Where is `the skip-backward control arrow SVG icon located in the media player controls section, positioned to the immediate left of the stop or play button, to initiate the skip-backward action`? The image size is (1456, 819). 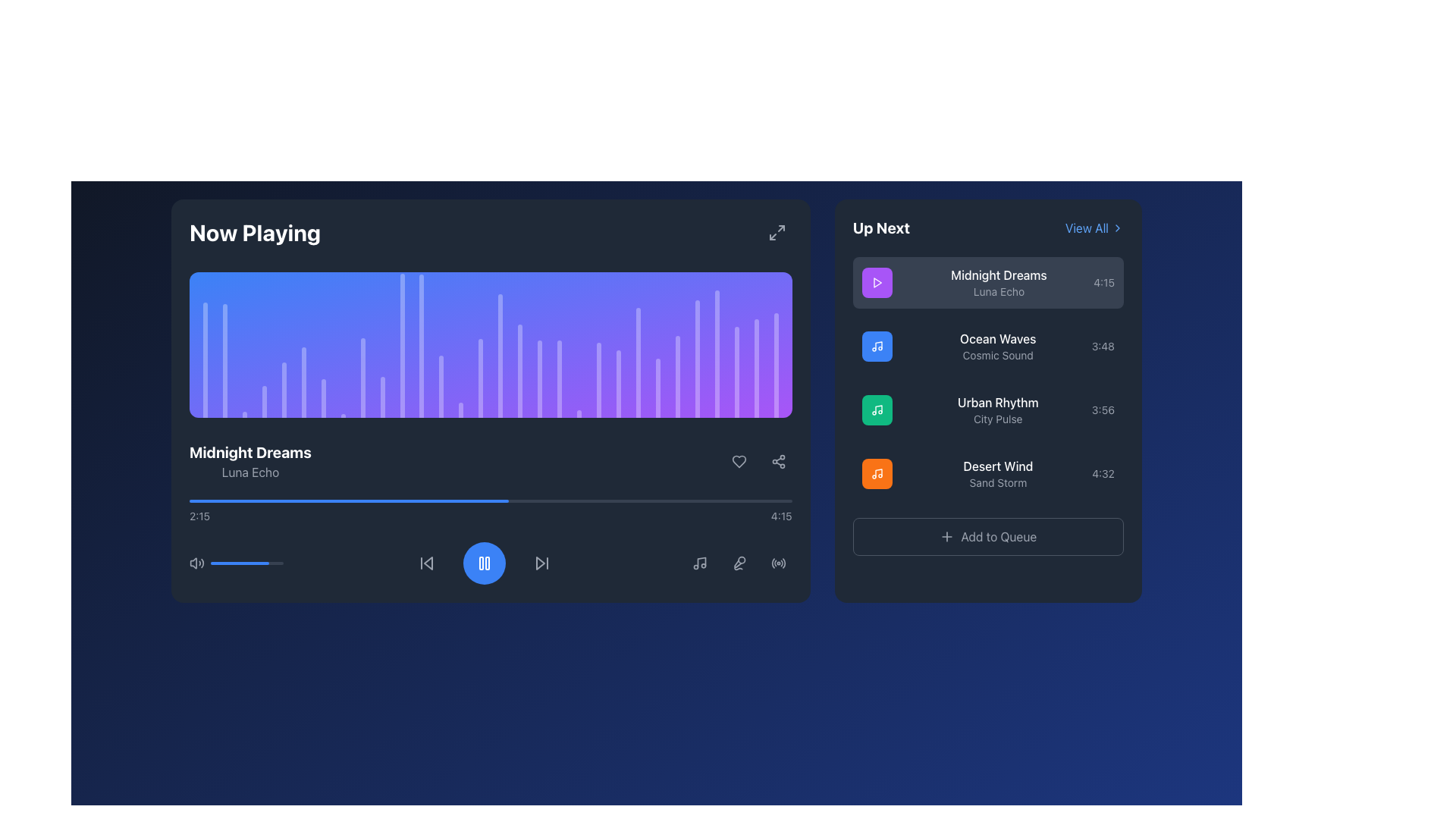
the skip-backward control arrow SVG icon located in the media player controls section, positioned to the immediate left of the stop or play button, to initiate the skip-backward action is located at coordinates (428, 563).